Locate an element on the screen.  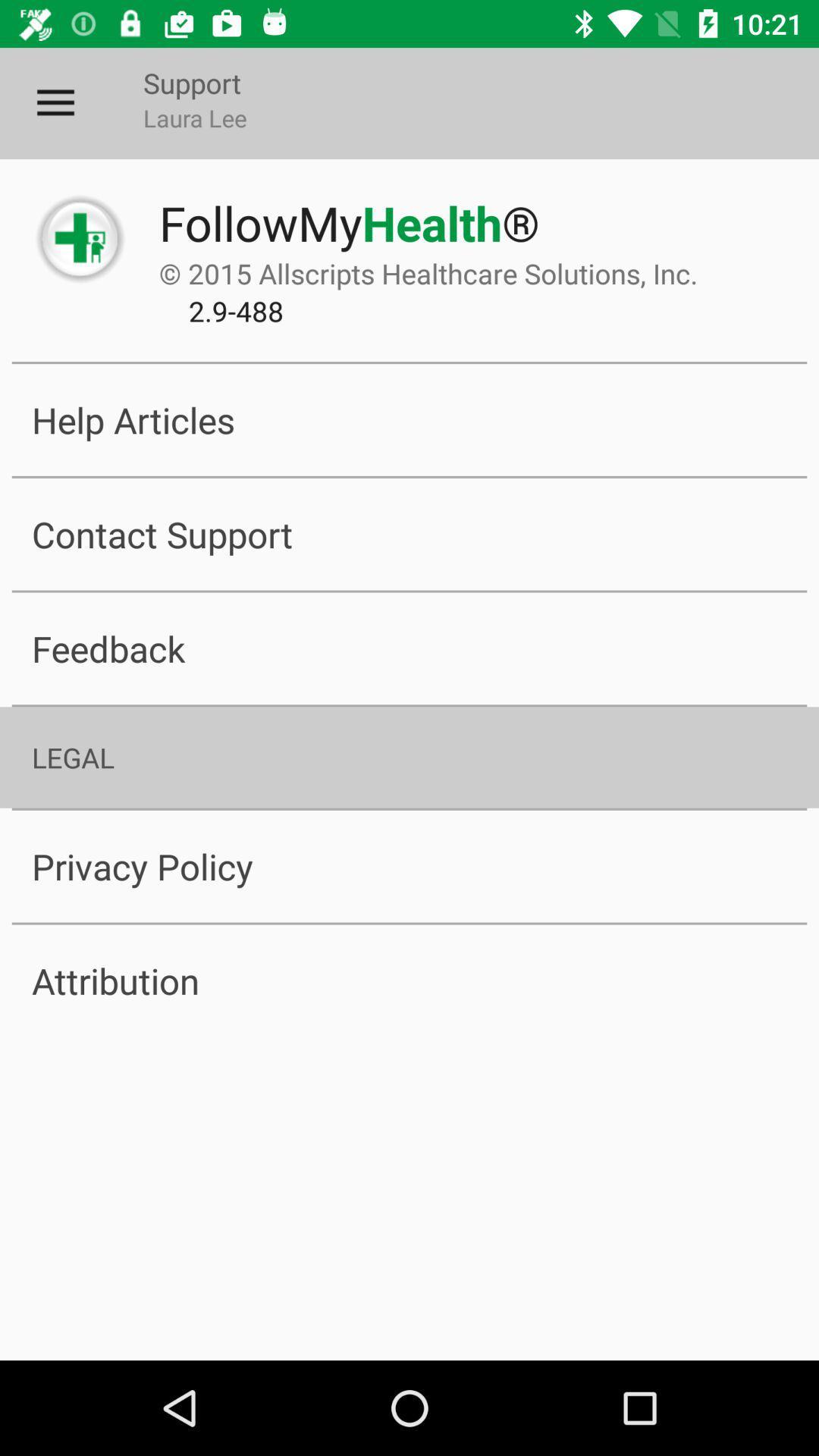
the item above privacy policy is located at coordinates (409, 757).